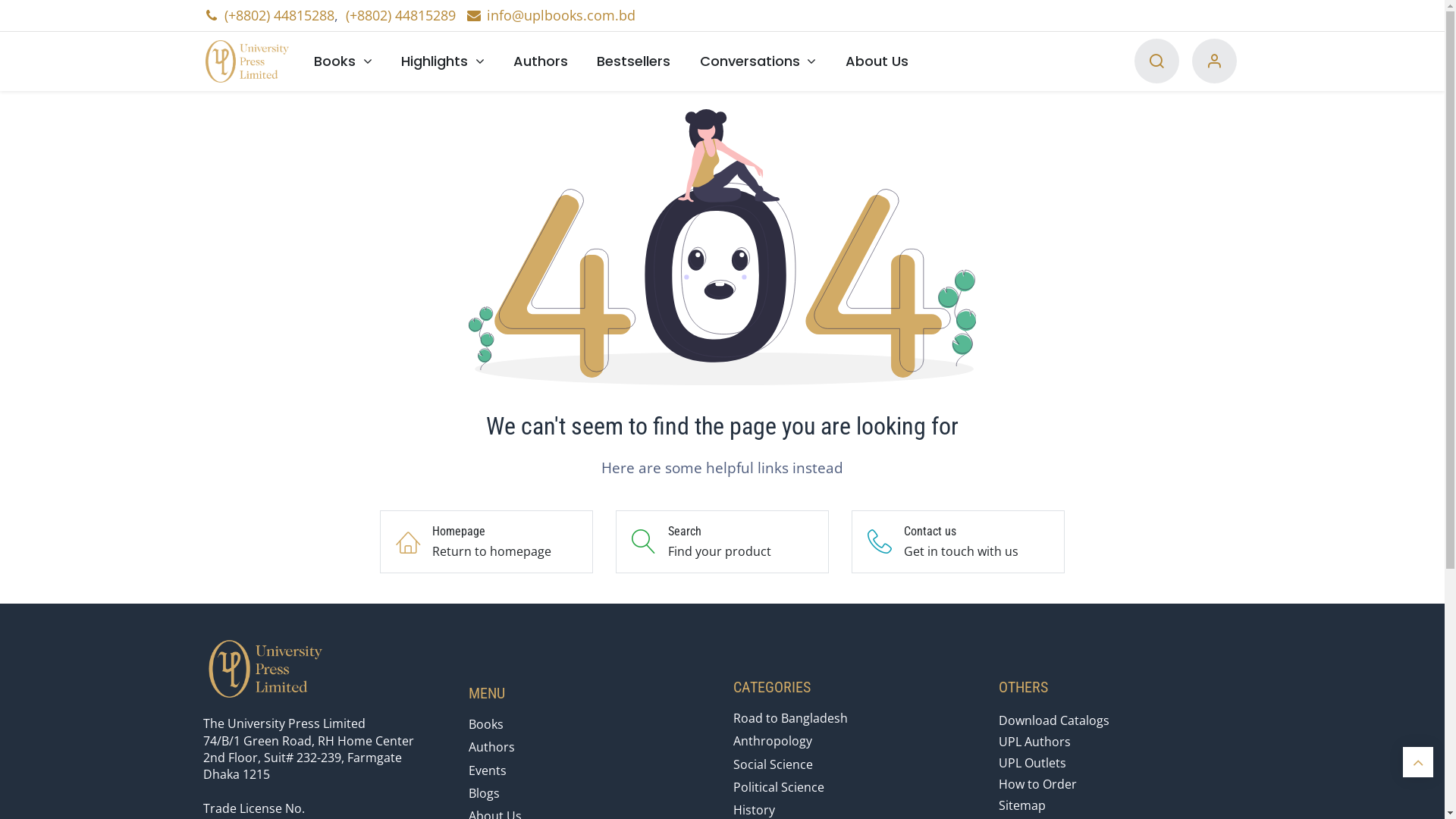  I want to click on 'info@uplbooks.com.bd', so click(549, 14).